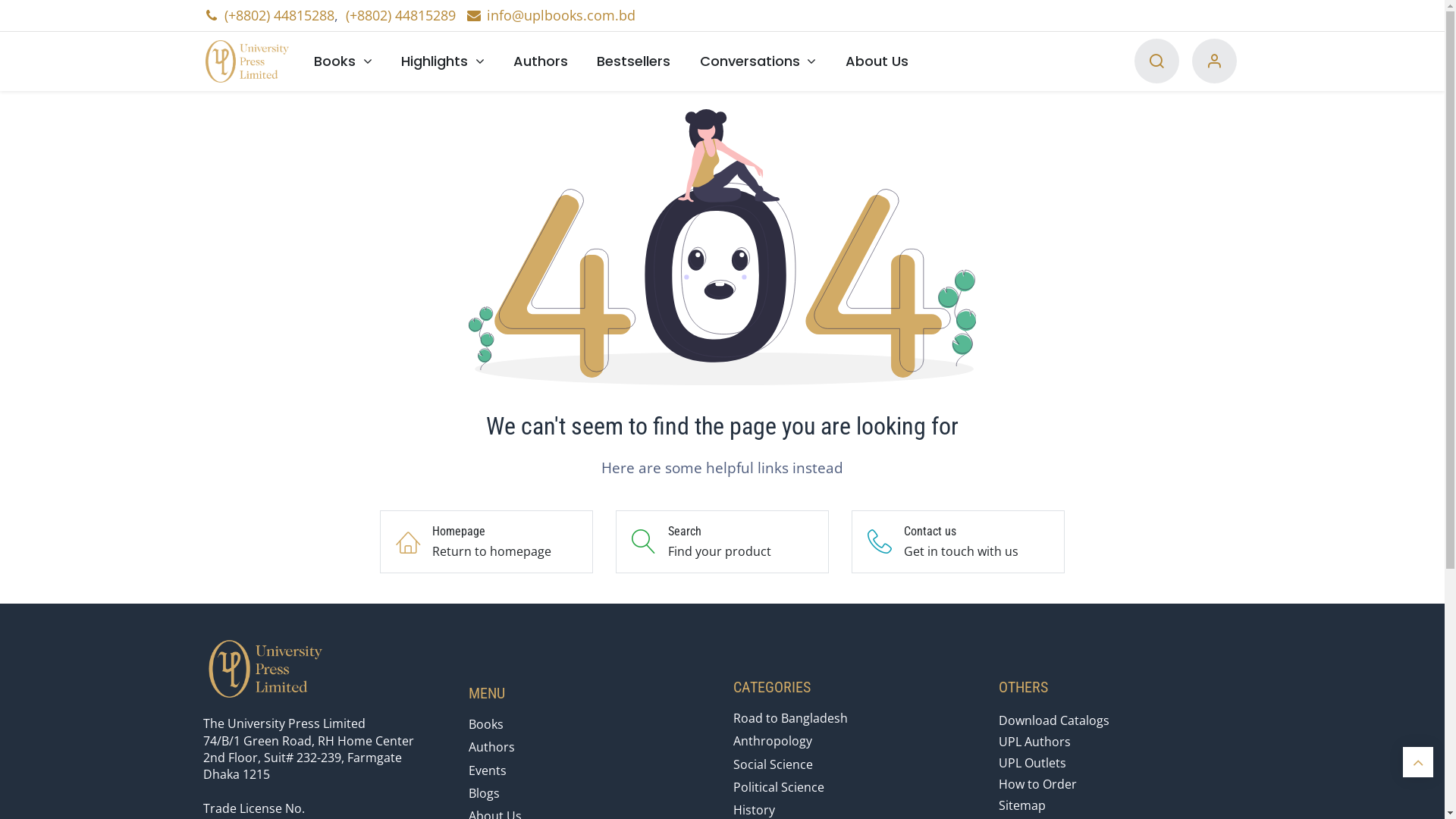  I want to click on 'info@uplbooks.com.bd', so click(549, 14).